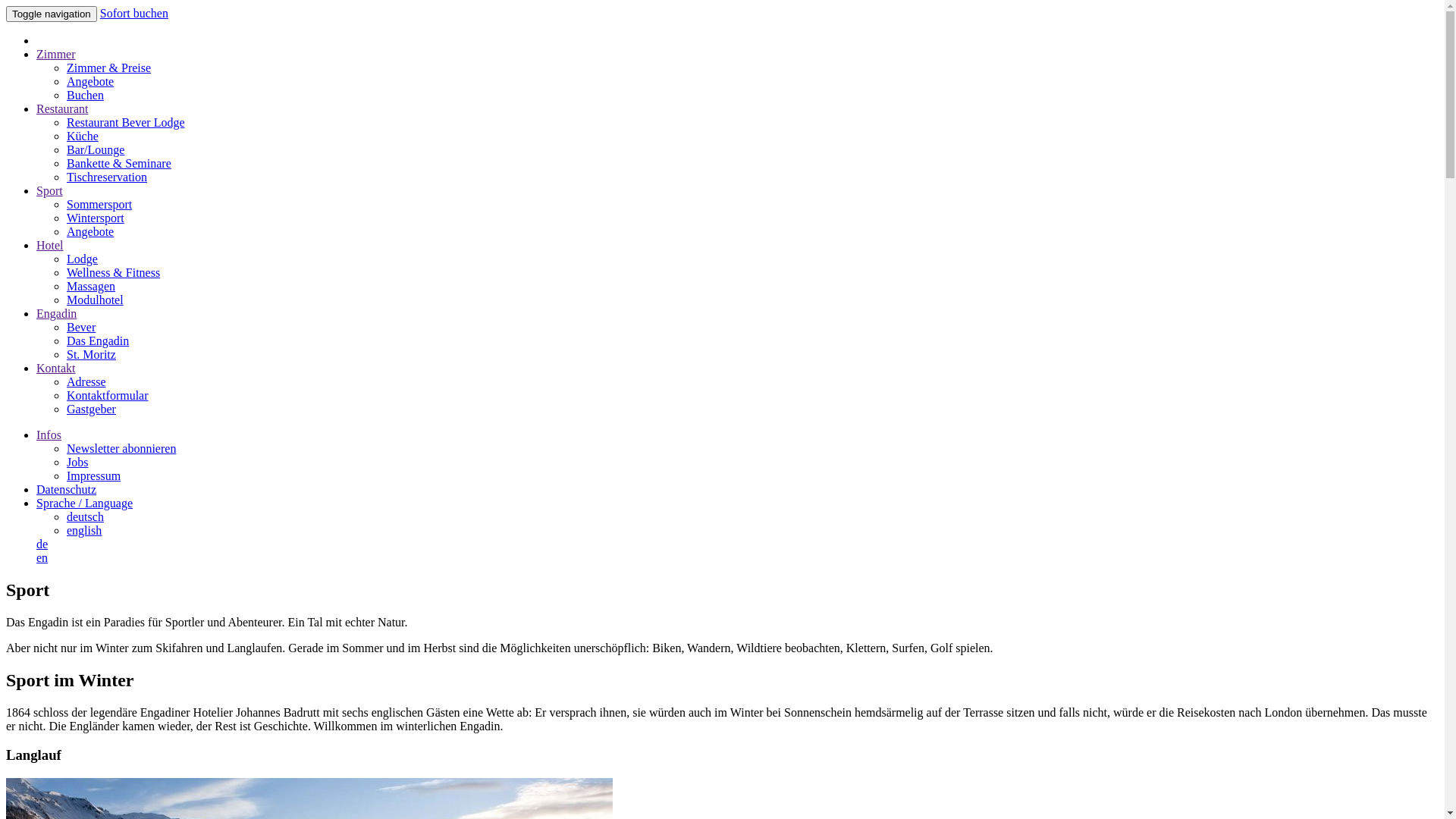 This screenshot has width=1456, height=819. Describe the element at coordinates (99, 13) in the screenshot. I see `'Sofort buchen'` at that location.